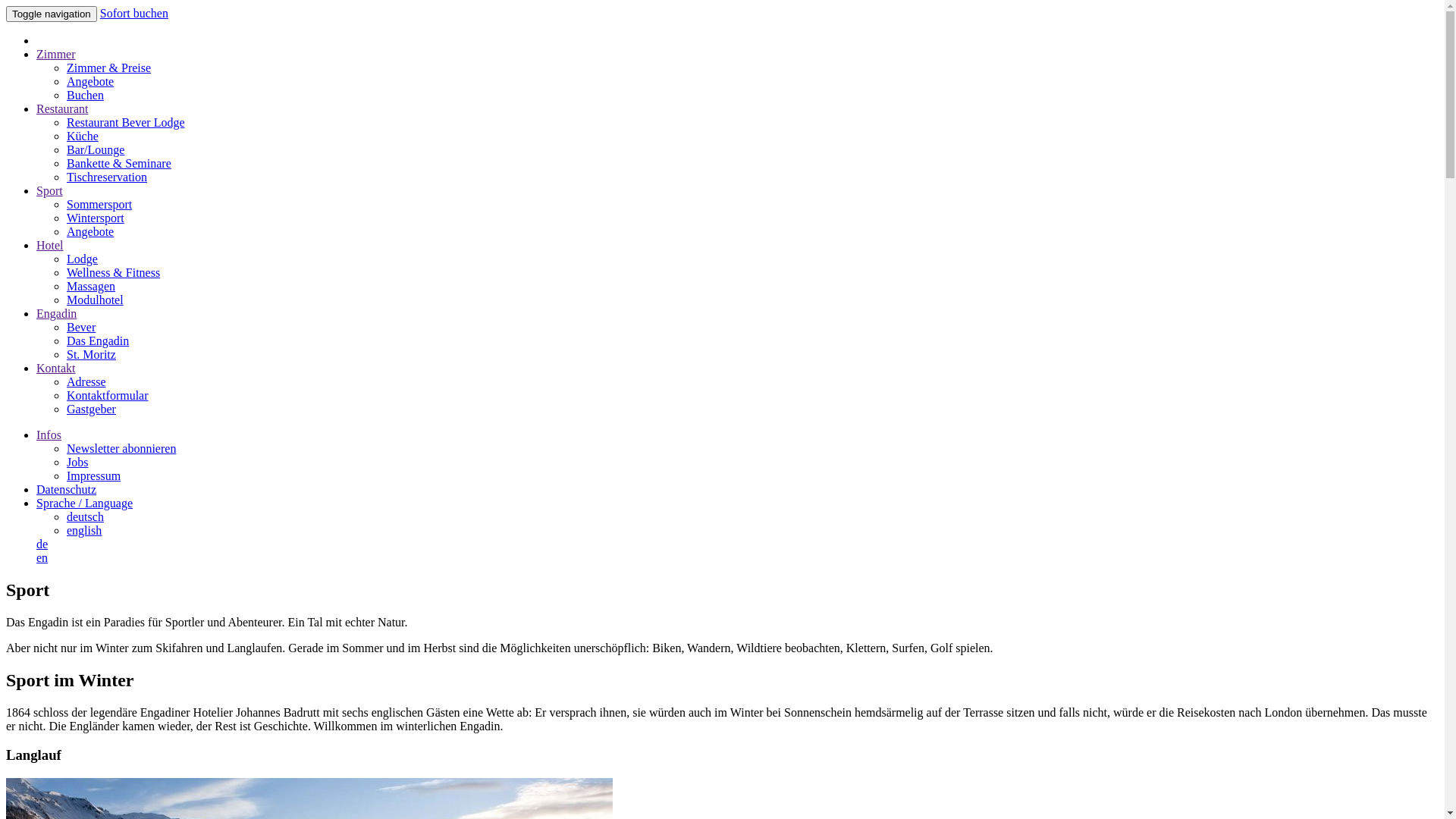 This screenshot has width=1456, height=819. Describe the element at coordinates (99, 13) in the screenshot. I see `'Sofort buchen'` at that location.